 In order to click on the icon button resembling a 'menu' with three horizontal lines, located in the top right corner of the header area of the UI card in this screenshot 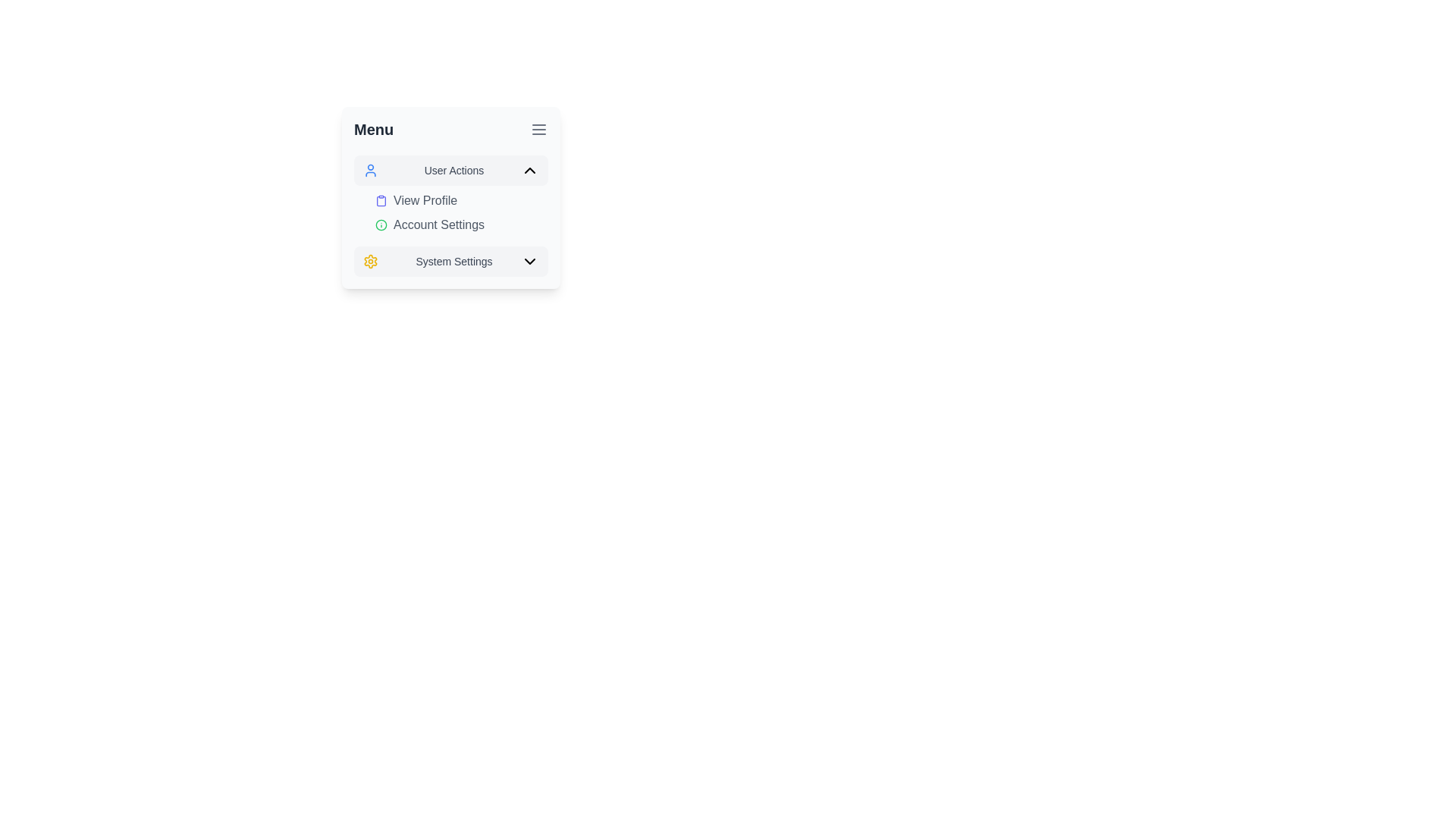, I will do `click(538, 128)`.